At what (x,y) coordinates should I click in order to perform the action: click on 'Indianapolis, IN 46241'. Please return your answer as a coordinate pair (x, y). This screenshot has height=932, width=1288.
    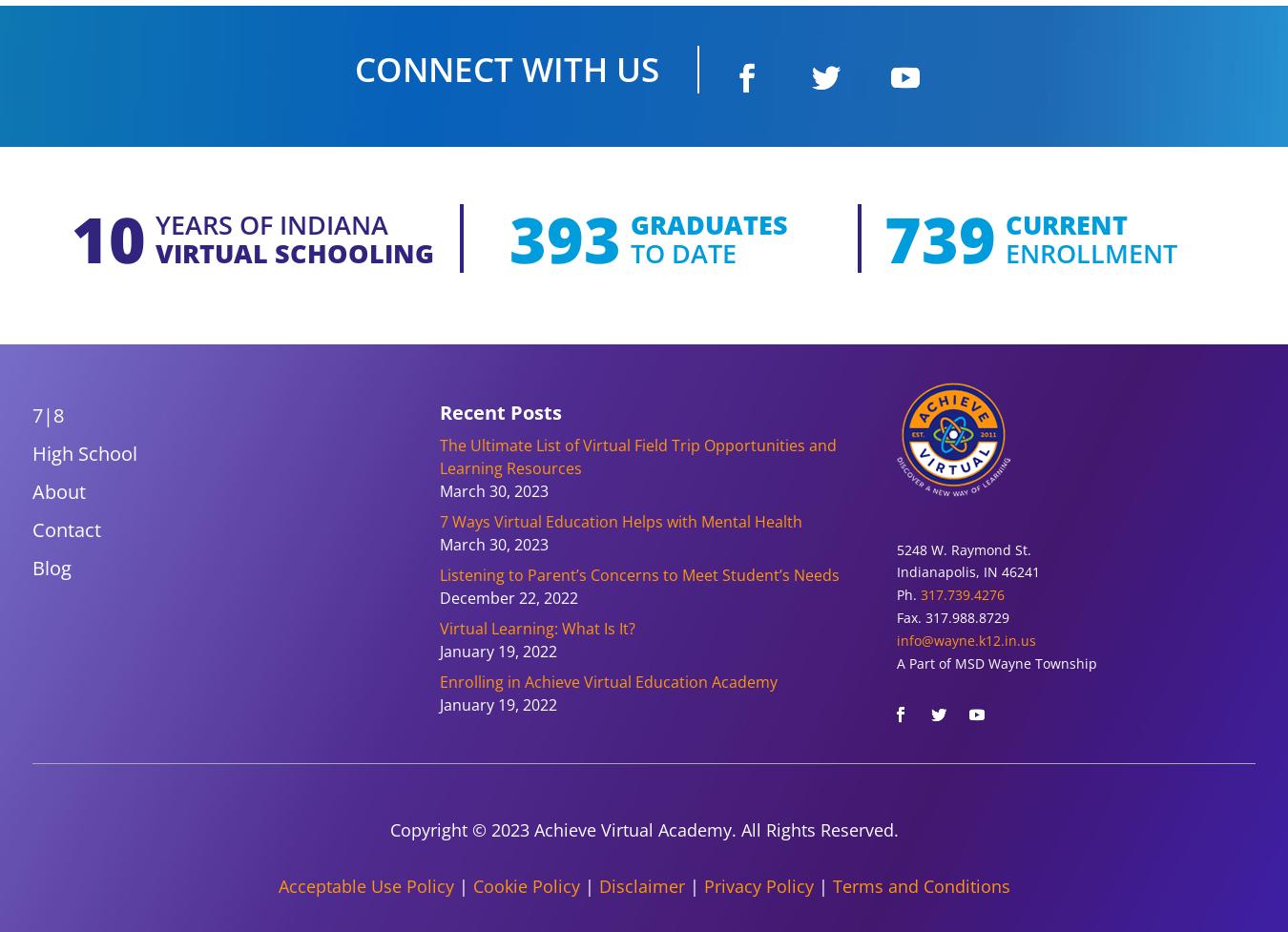
    Looking at the image, I should click on (968, 570).